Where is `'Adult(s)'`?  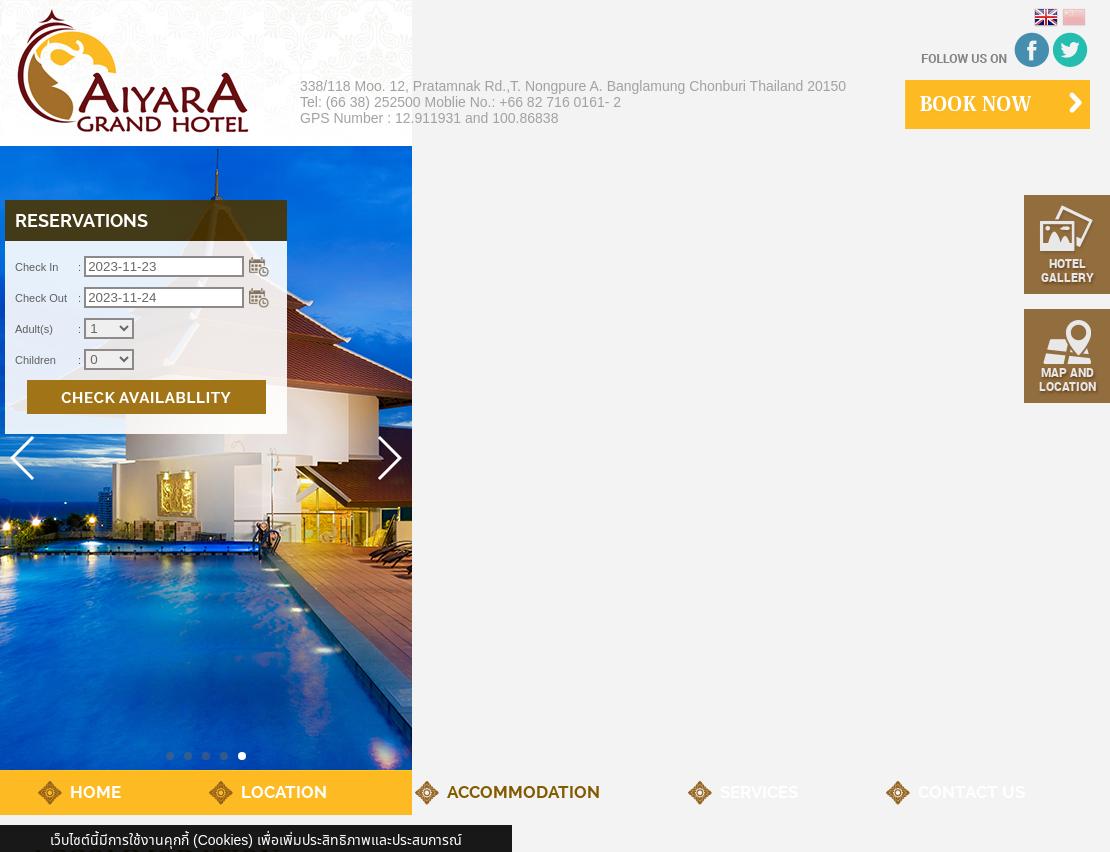 'Adult(s)' is located at coordinates (33, 329).